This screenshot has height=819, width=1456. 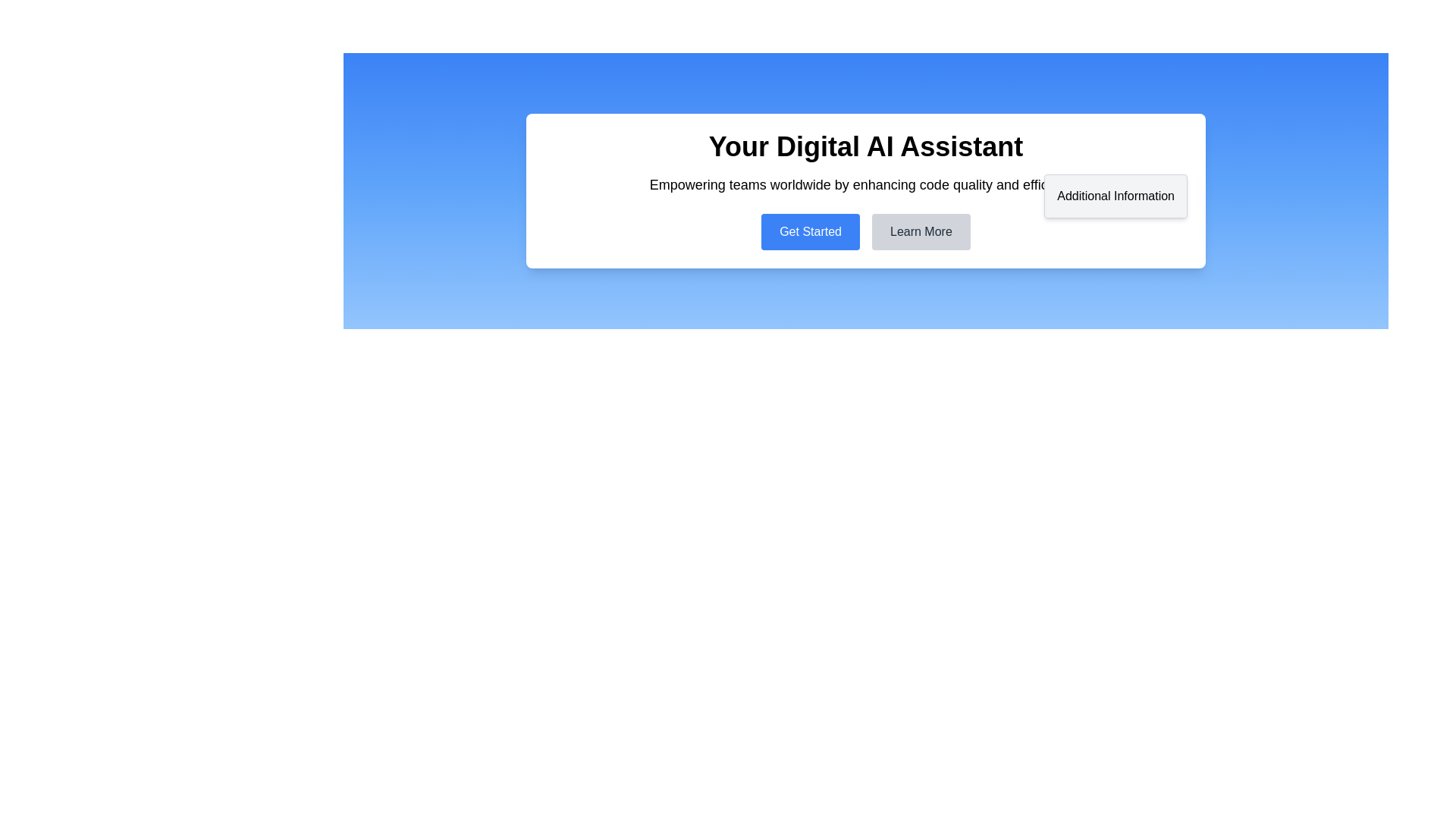 What do you see at coordinates (866, 146) in the screenshot?
I see `the heading or title text element, which serves as the primary title of the platform, positioned directly above the subheading 'Empowering teams worldwide by enhancing code quality and efficiency.'` at bounding box center [866, 146].